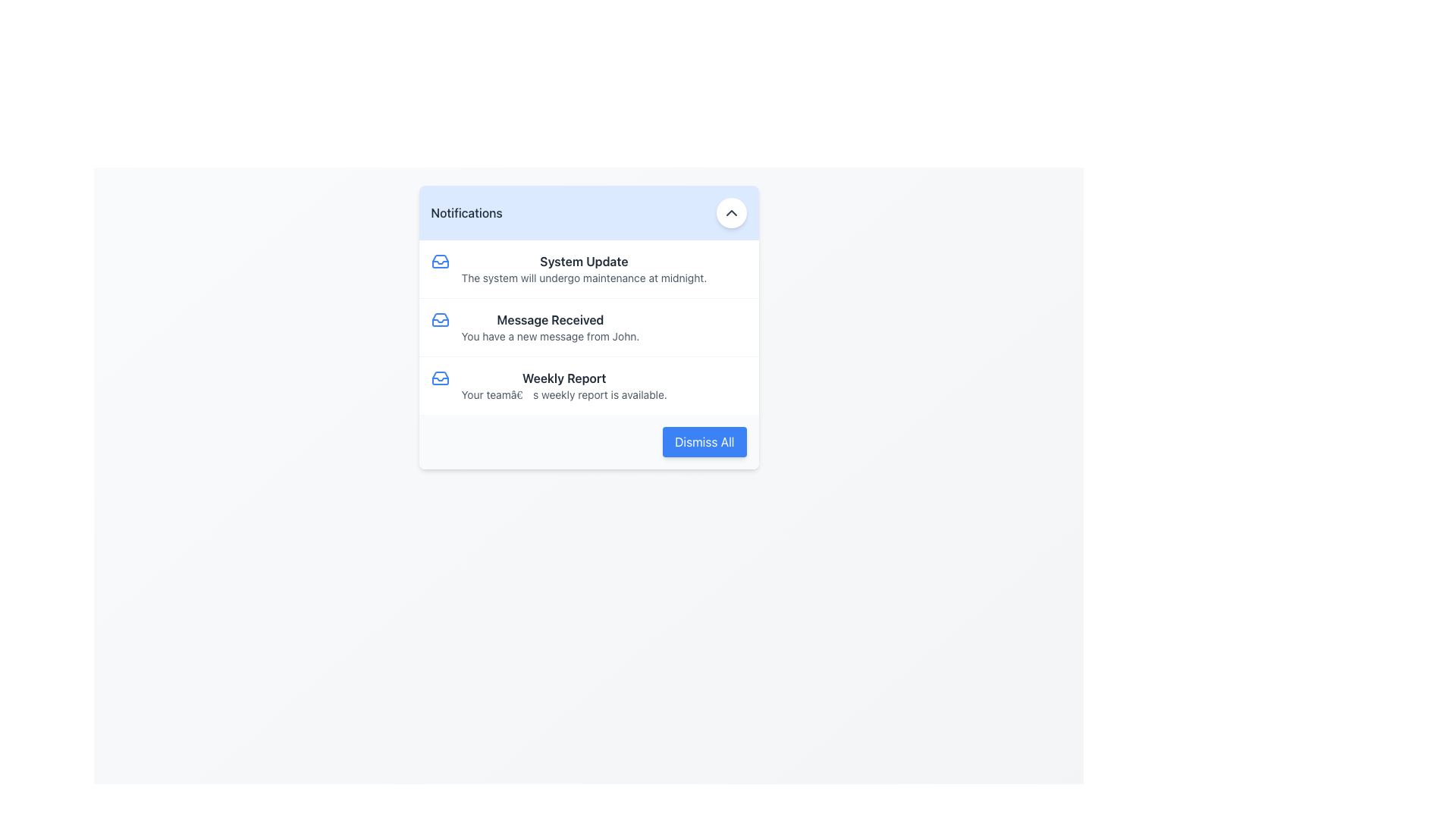 This screenshot has width=1456, height=819. Describe the element at coordinates (549, 335) in the screenshot. I see `text element displaying the message 'You have a new message from John.' which is styled in gray and positioned beneath the title in the 'Message Received' notification card` at that location.